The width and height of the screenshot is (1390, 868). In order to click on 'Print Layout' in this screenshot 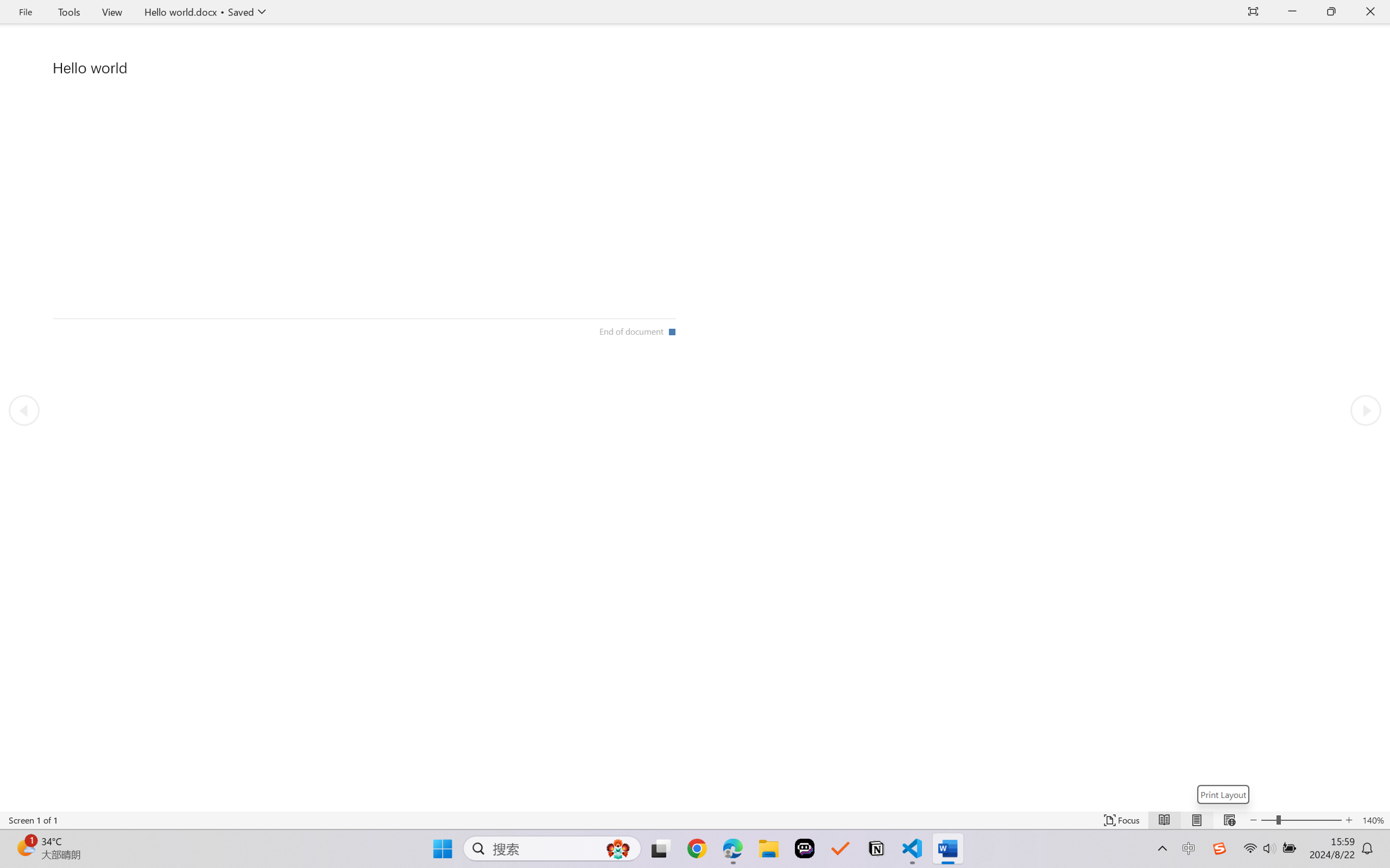, I will do `click(1223, 794)`.